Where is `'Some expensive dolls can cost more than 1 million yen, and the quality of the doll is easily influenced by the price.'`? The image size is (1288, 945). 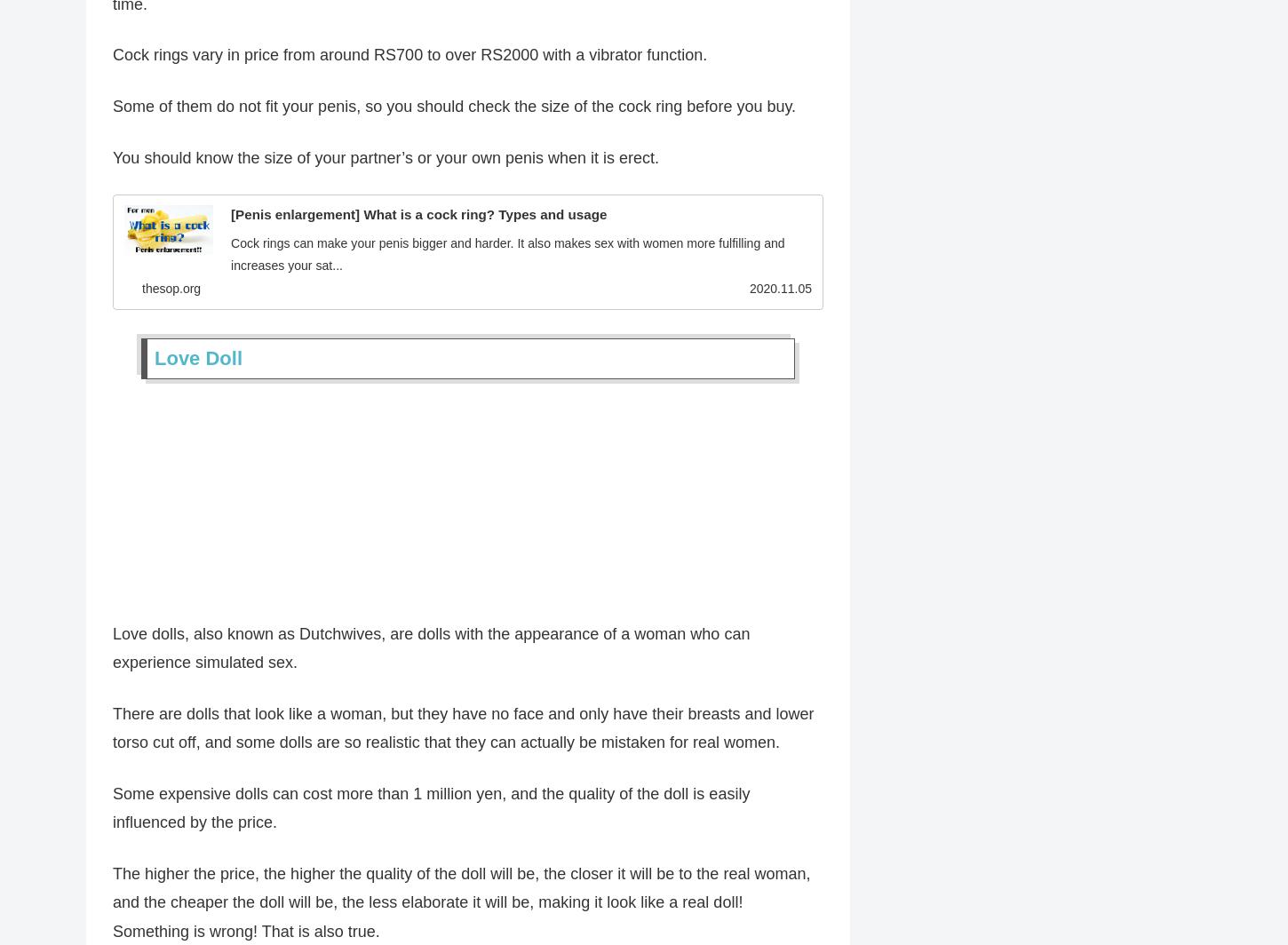
'Some expensive dolls can cost more than 1 million yen, and the quality of the doll is easily influenced by the price.' is located at coordinates (431, 811).